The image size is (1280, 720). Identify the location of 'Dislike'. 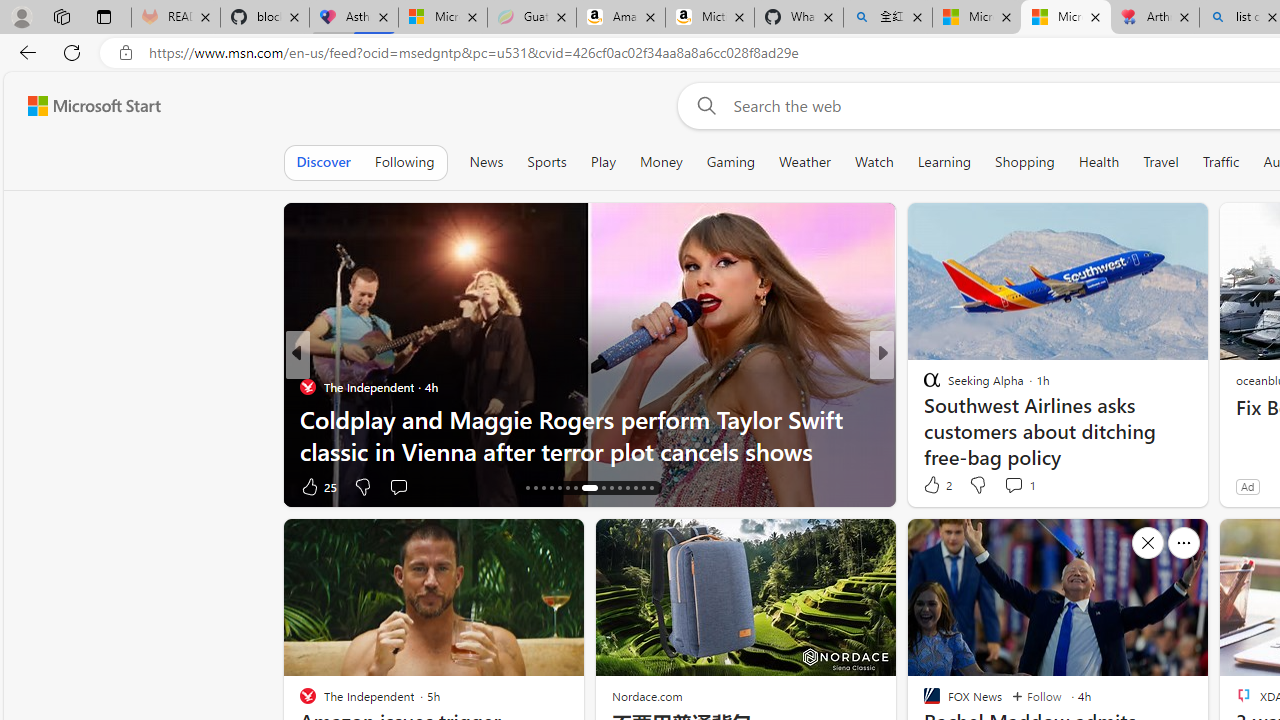
(977, 484).